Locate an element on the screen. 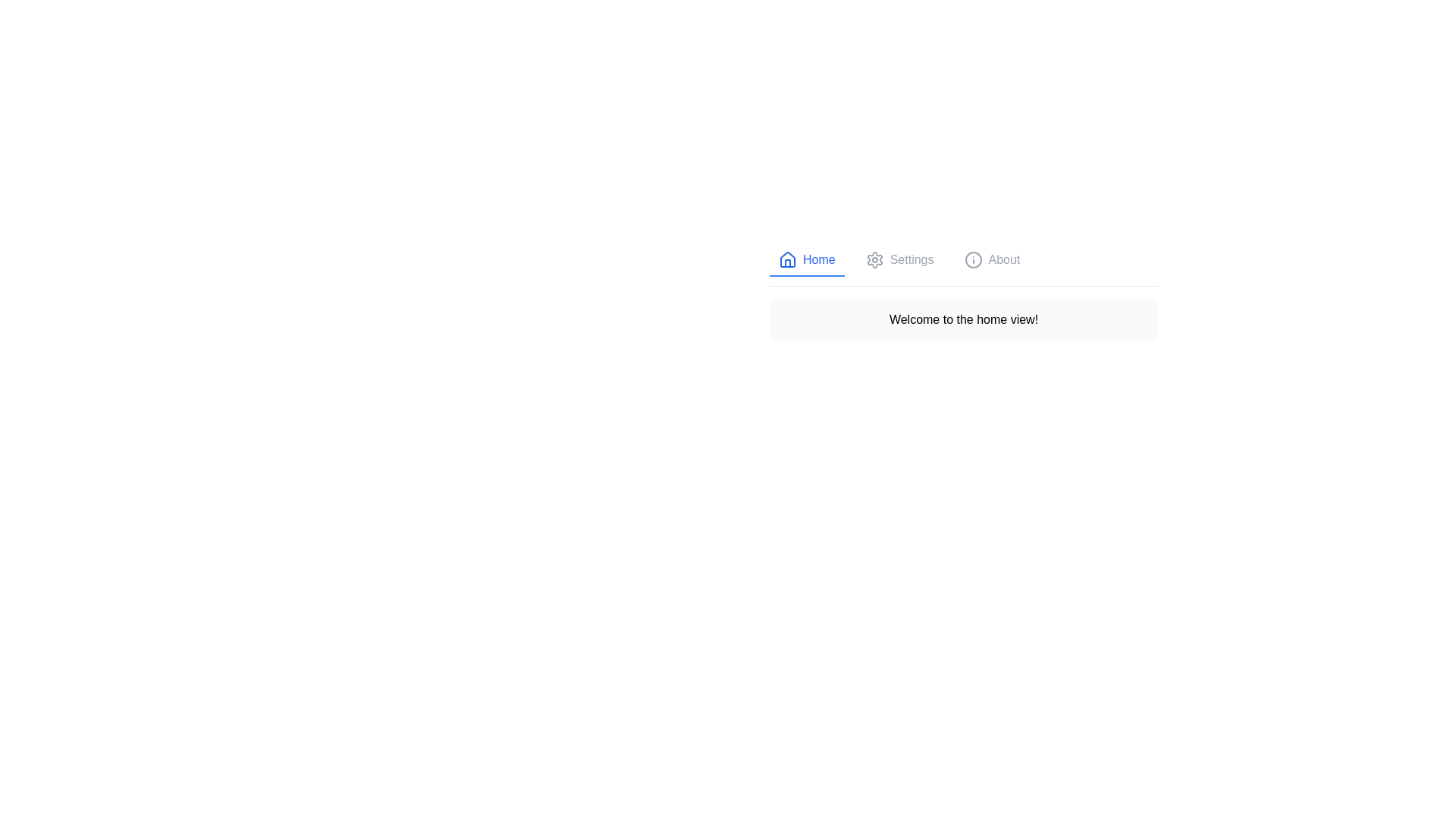  the About tab by clicking on it is located at coordinates (992, 259).